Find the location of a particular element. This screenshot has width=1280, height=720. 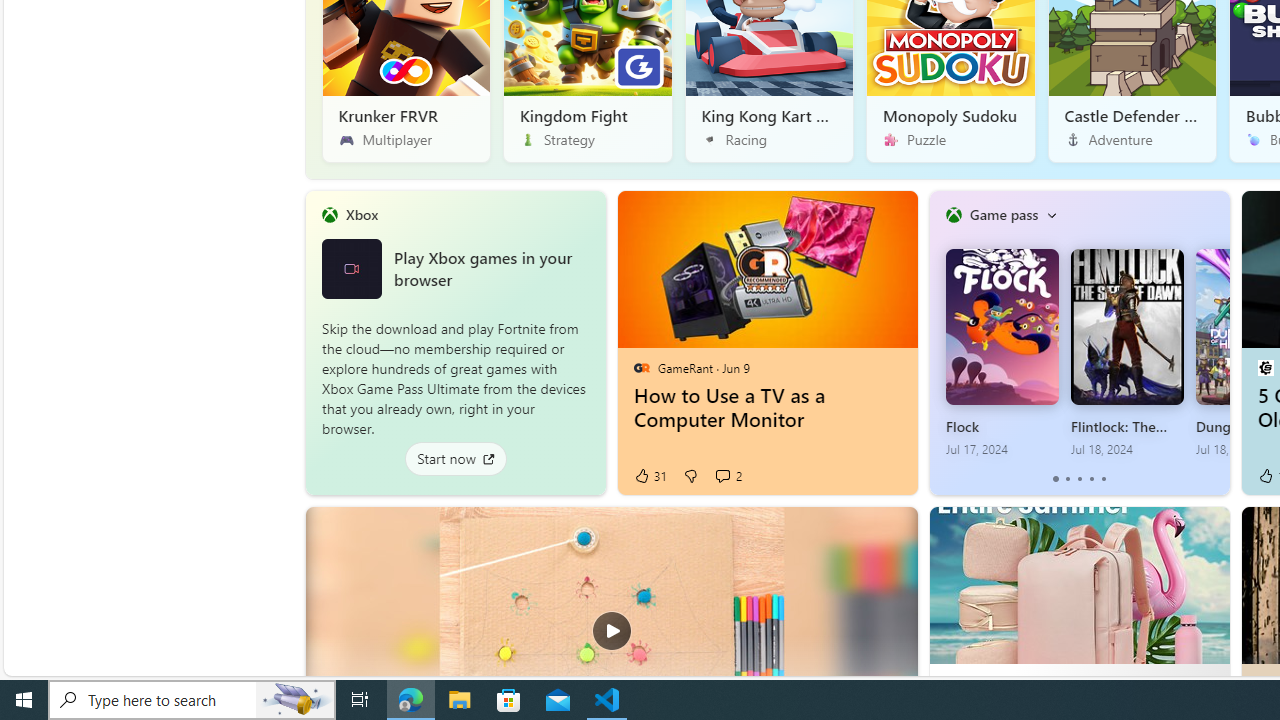

'Flintlock: The Siege of Dawn Jul 18, 2024' is located at coordinates (1127, 352).